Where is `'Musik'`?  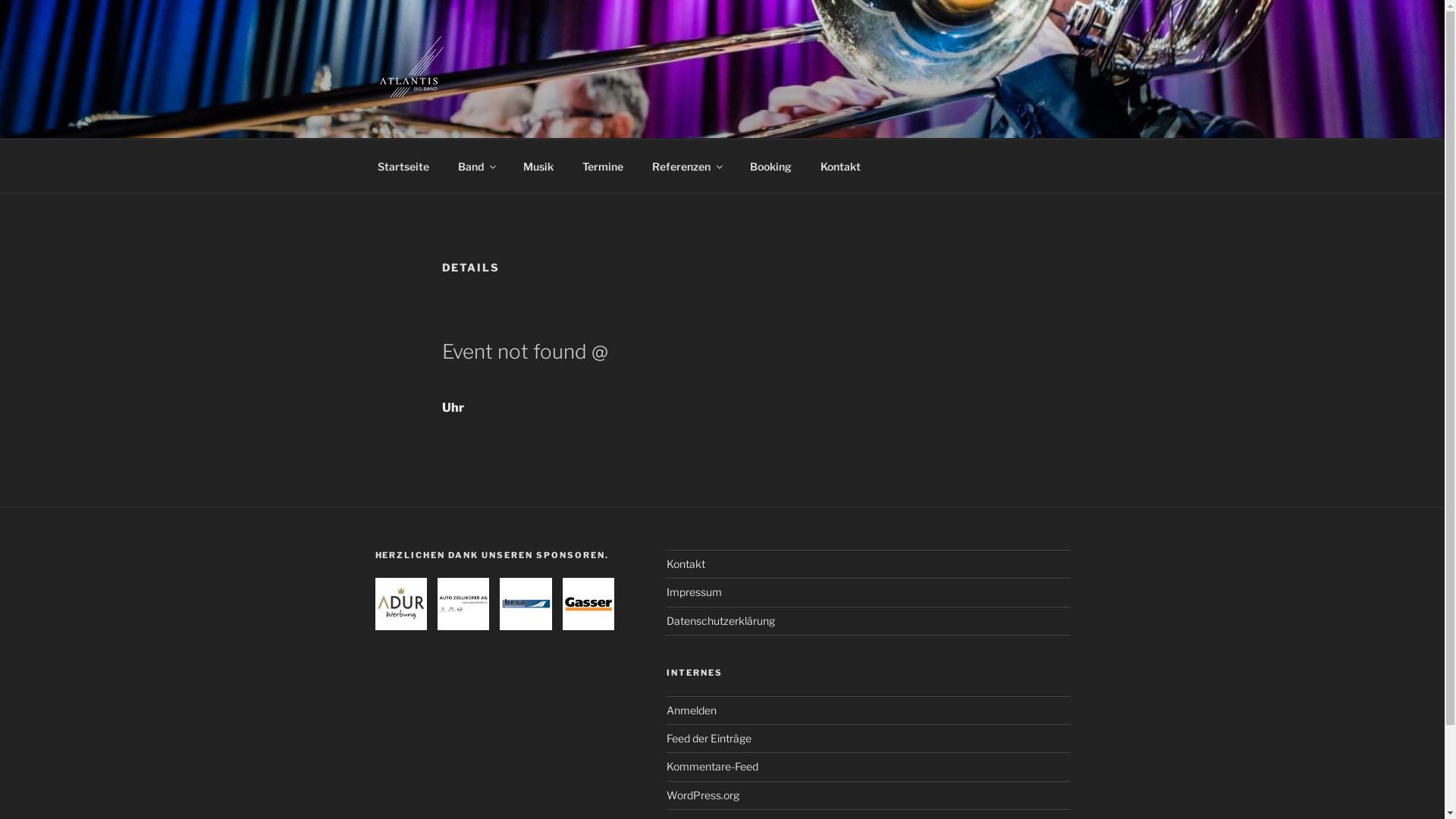 'Musik' is located at coordinates (538, 165).